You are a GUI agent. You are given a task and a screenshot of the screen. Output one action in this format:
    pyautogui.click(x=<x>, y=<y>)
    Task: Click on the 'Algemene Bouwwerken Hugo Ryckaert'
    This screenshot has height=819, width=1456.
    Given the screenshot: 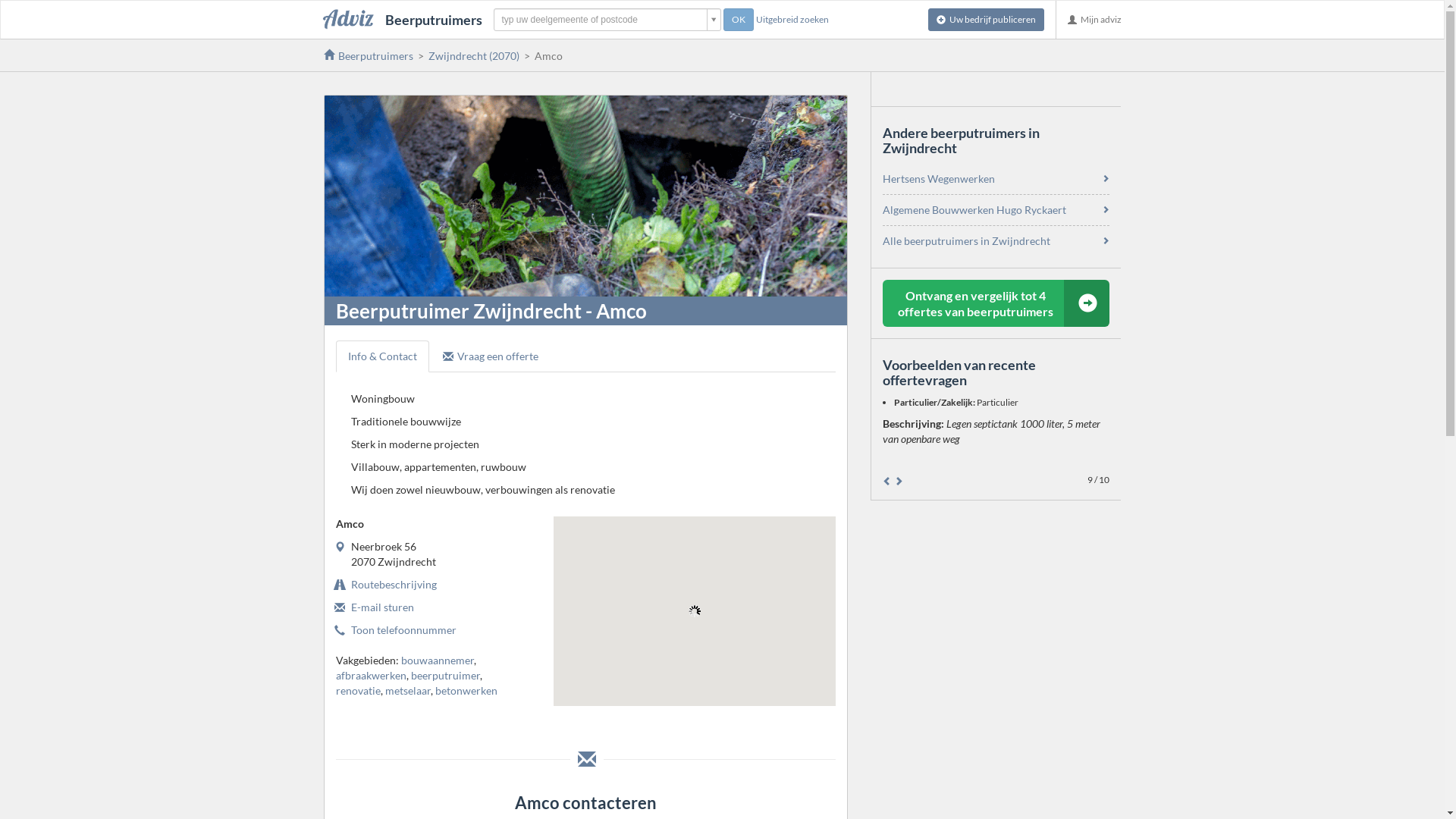 What is the action you would take?
    pyautogui.click(x=974, y=209)
    